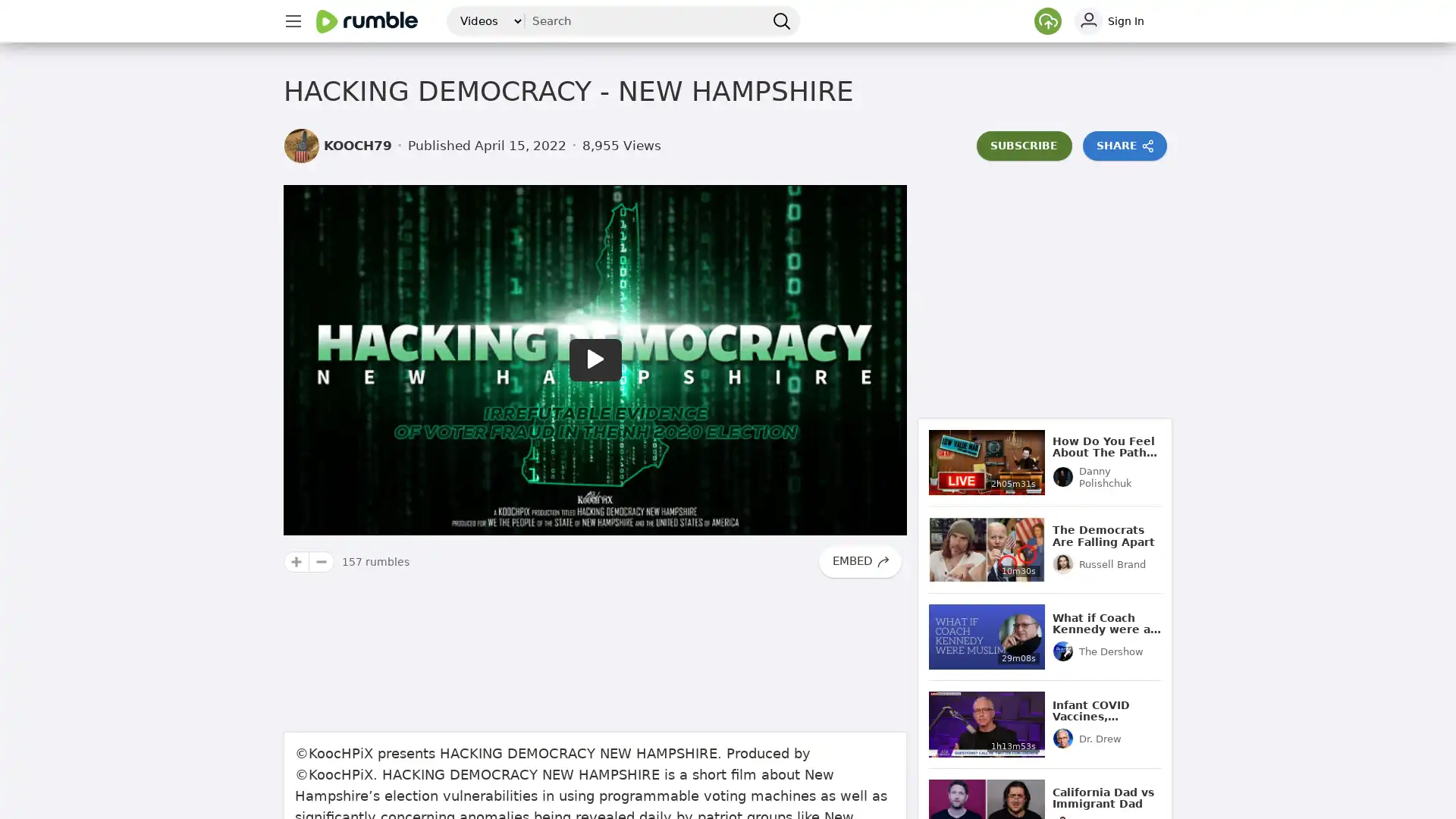 The height and width of the screenshot is (819, 1456). Describe the element at coordinates (1047, 20) in the screenshot. I see `Upload` at that location.